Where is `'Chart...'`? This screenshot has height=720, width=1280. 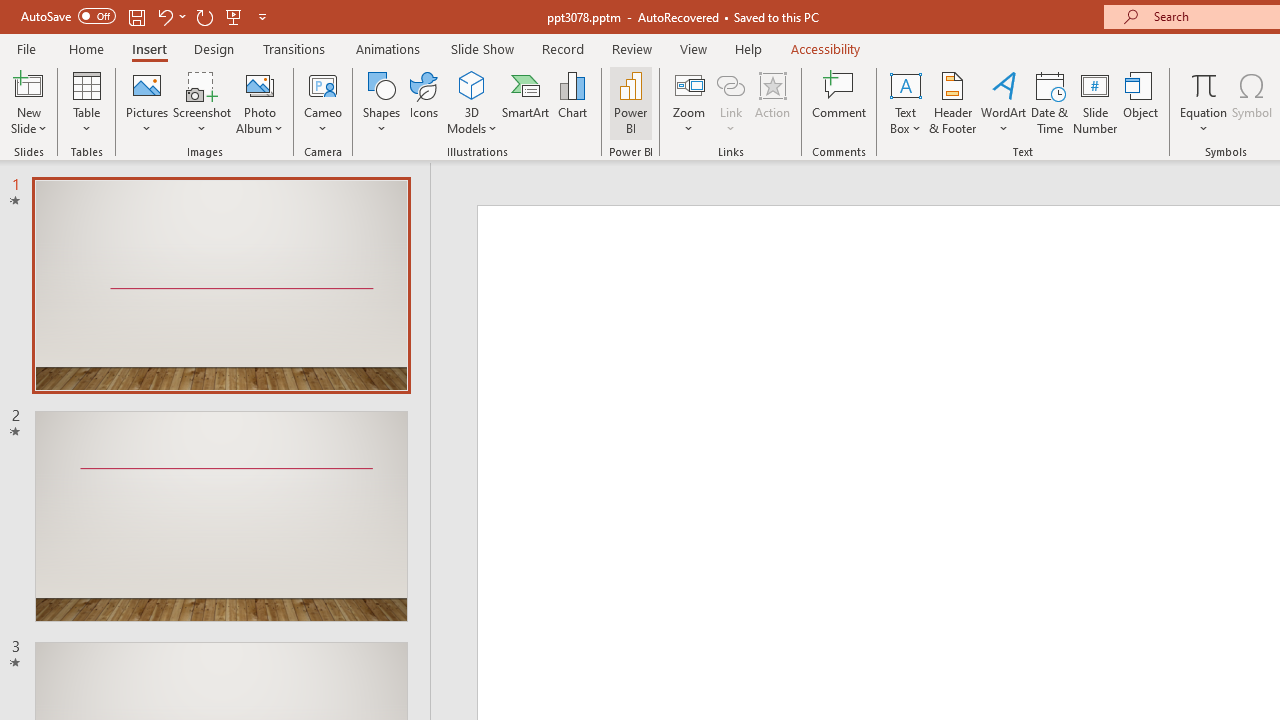 'Chart...' is located at coordinates (571, 103).